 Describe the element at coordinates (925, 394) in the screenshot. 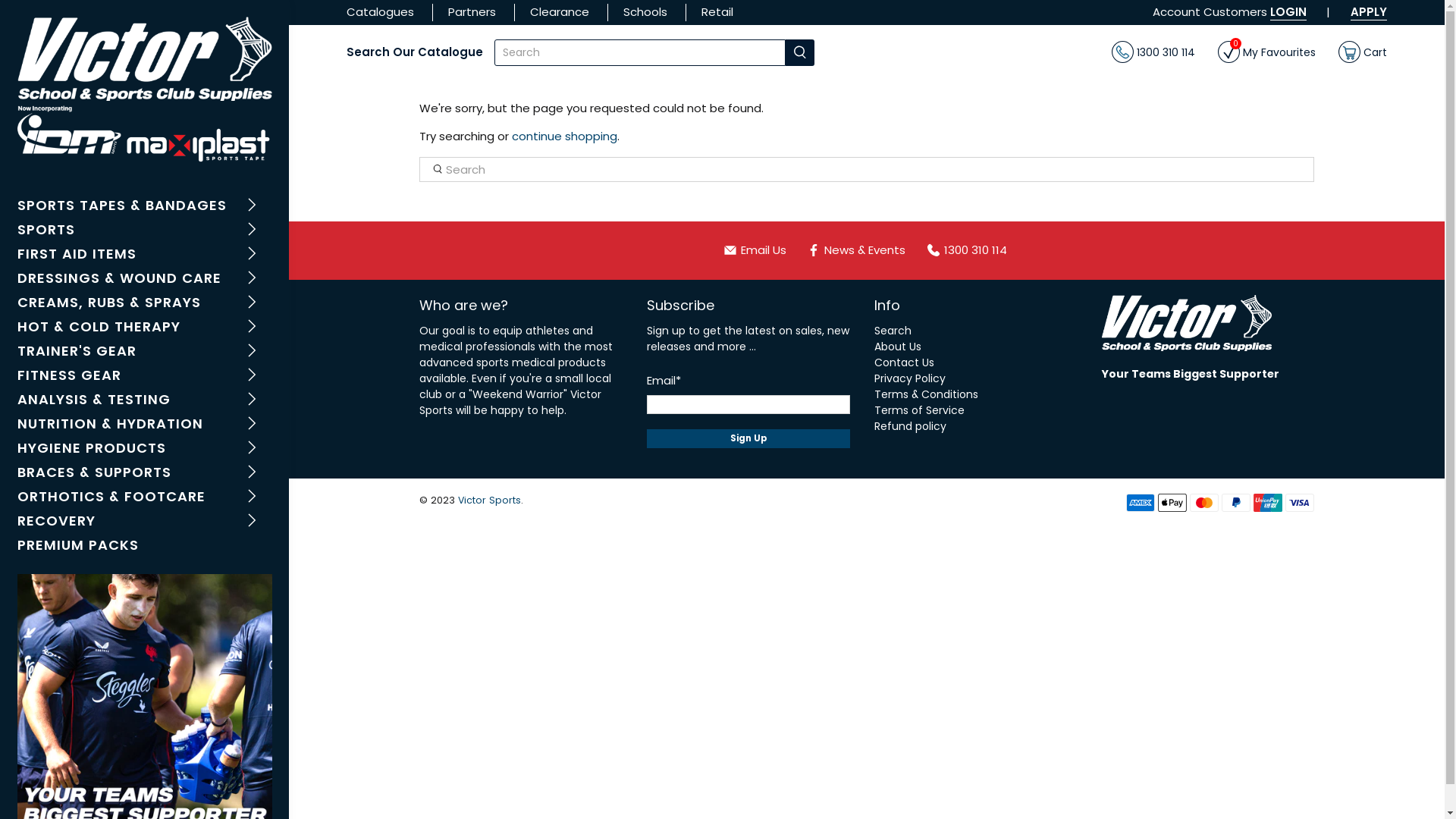

I see `'Terms & Conditions'` at that location.